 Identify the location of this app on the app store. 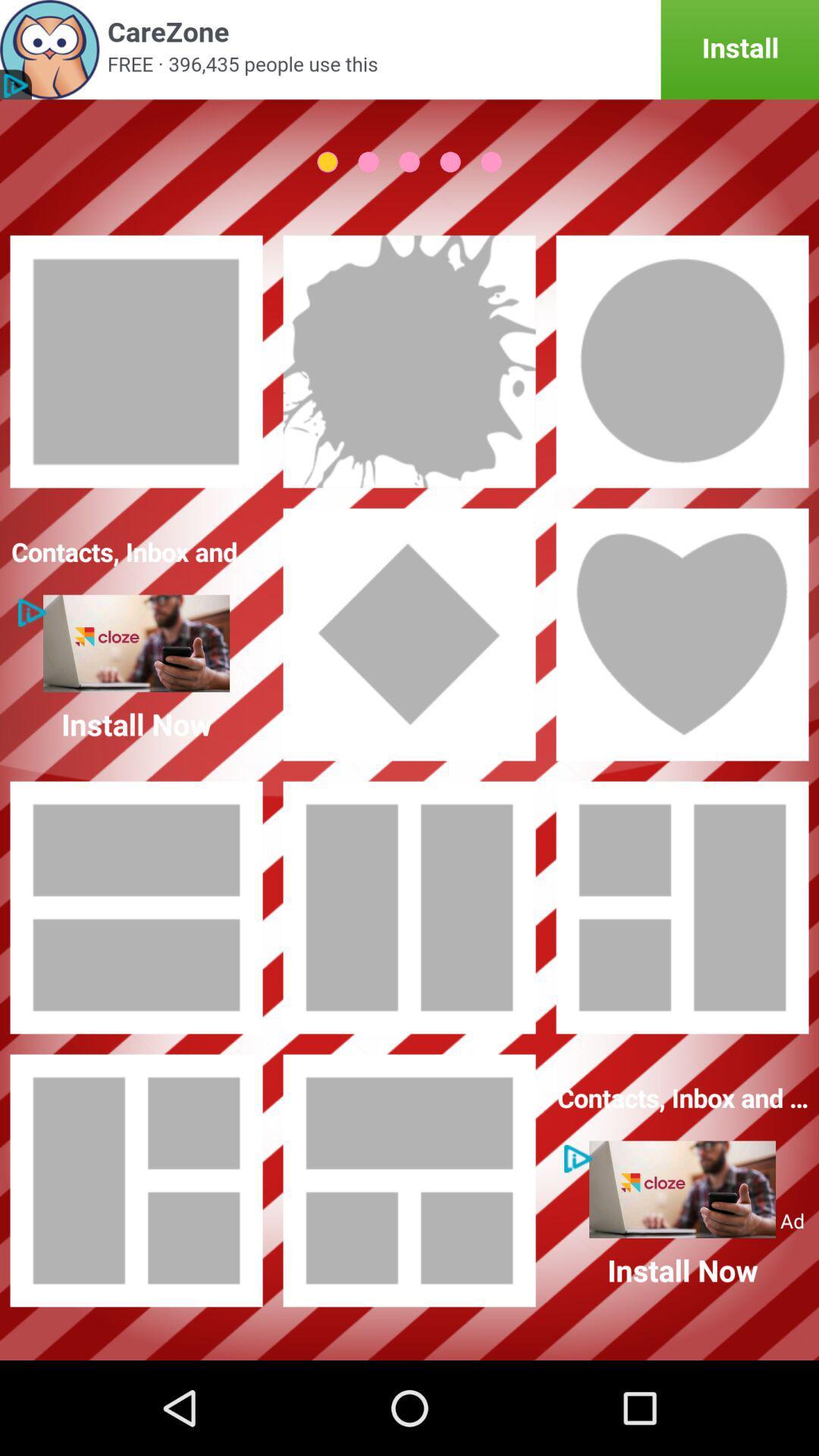
(409, 49).